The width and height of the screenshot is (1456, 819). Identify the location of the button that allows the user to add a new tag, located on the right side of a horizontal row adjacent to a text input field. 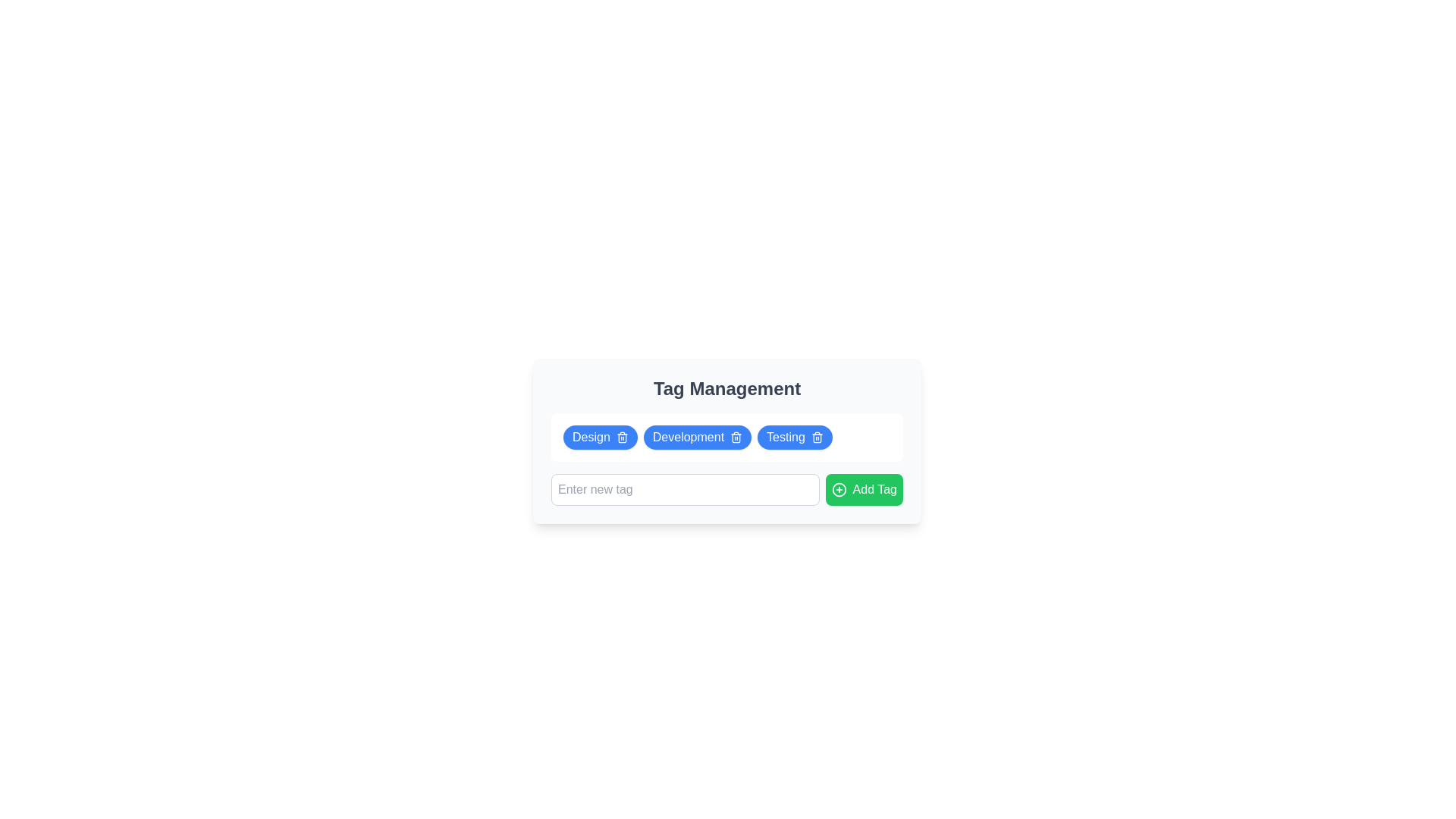
(864, 489).